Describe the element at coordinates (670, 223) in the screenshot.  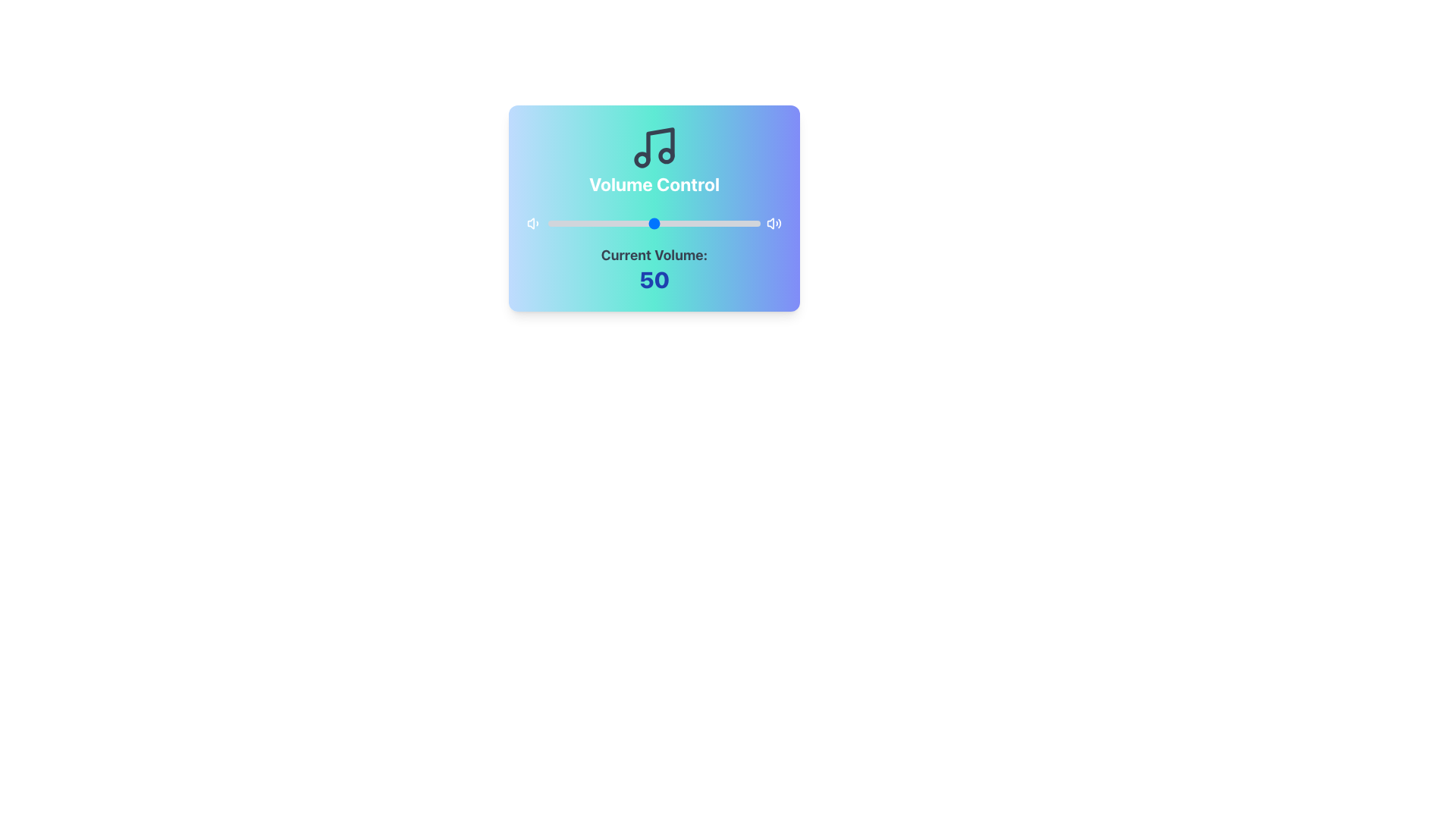
I see `the volume` at that location.